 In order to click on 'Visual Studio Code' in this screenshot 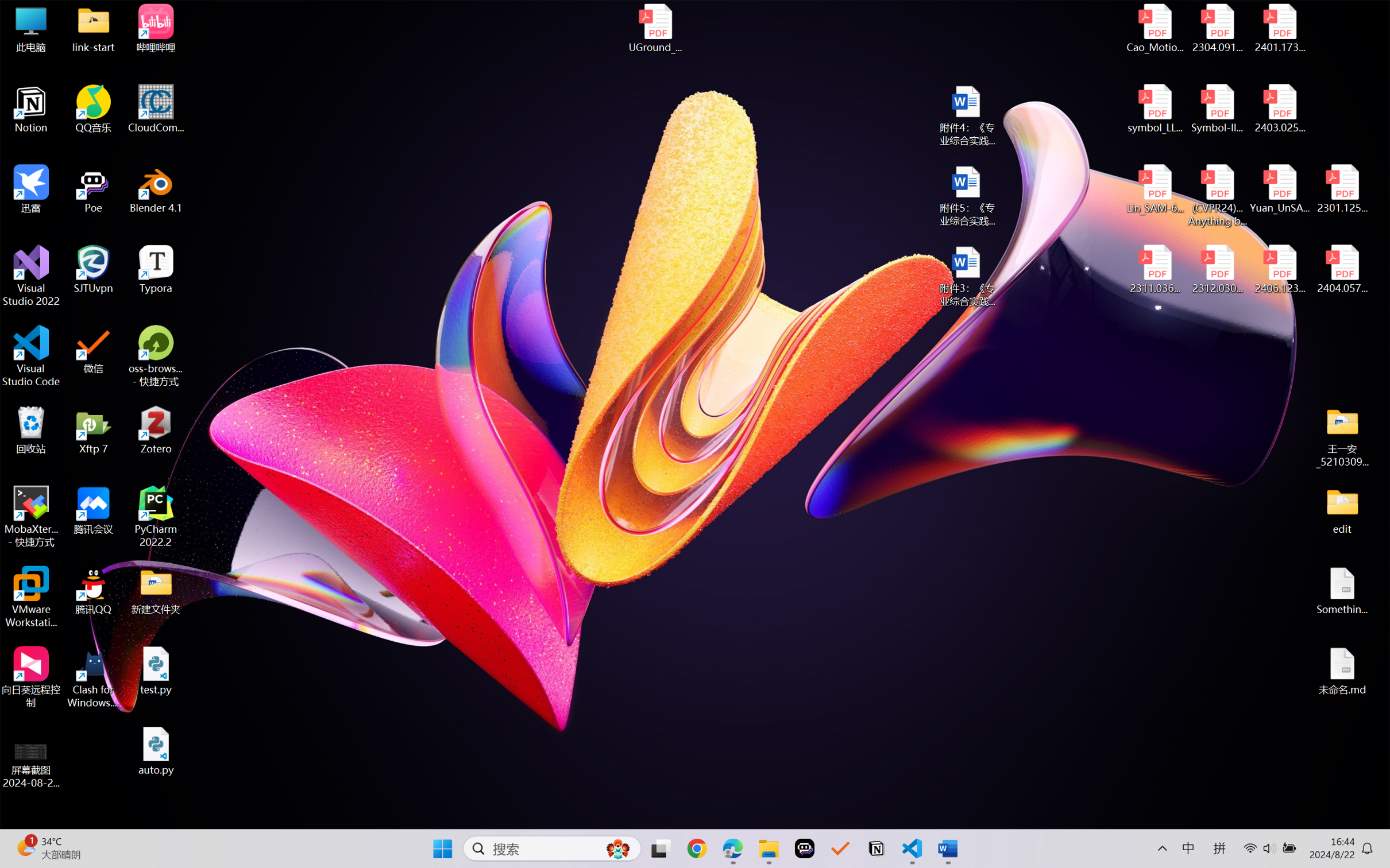, I will do `click(30, 355)`.